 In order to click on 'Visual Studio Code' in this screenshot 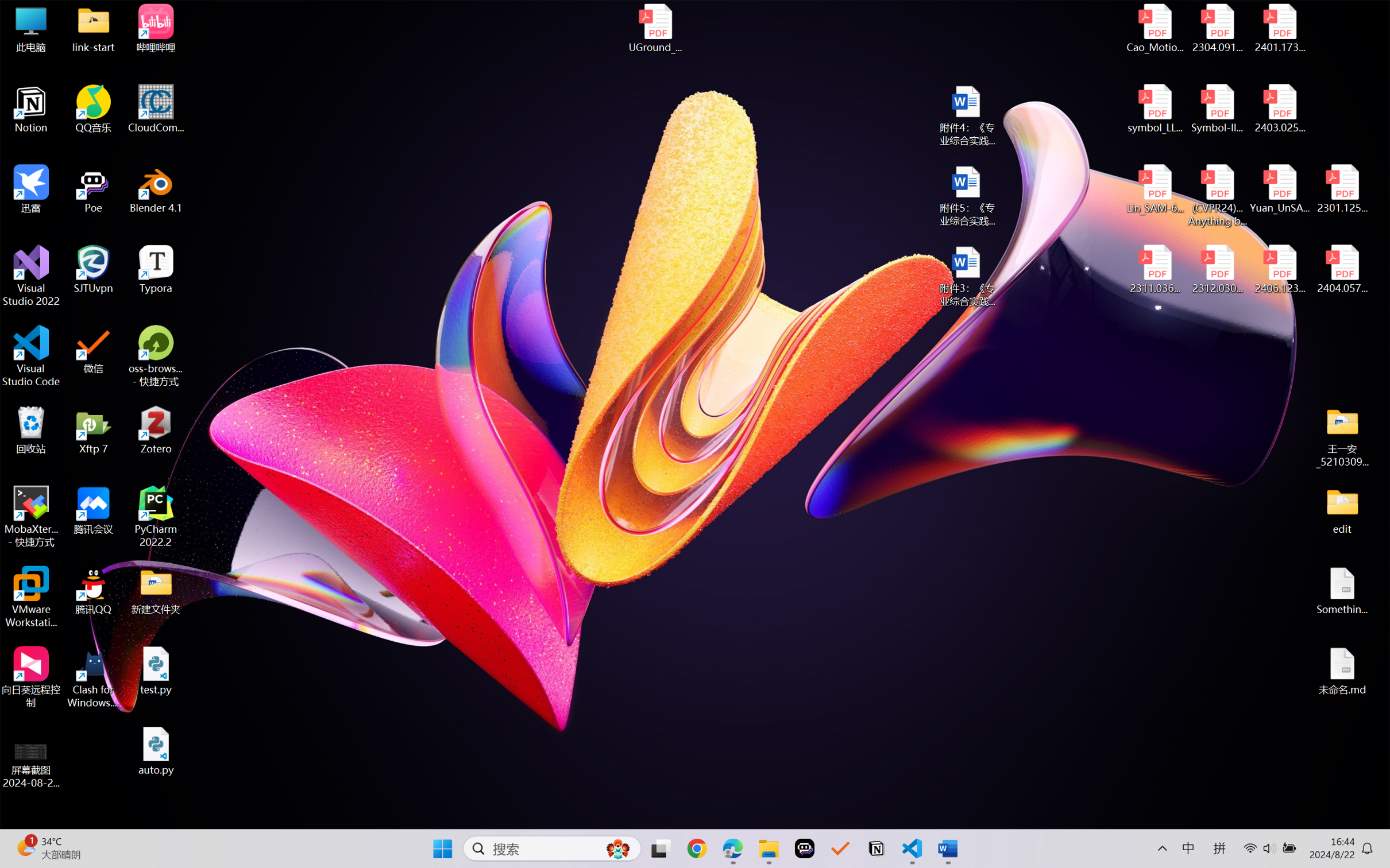, I will do `click(30, 355)`.